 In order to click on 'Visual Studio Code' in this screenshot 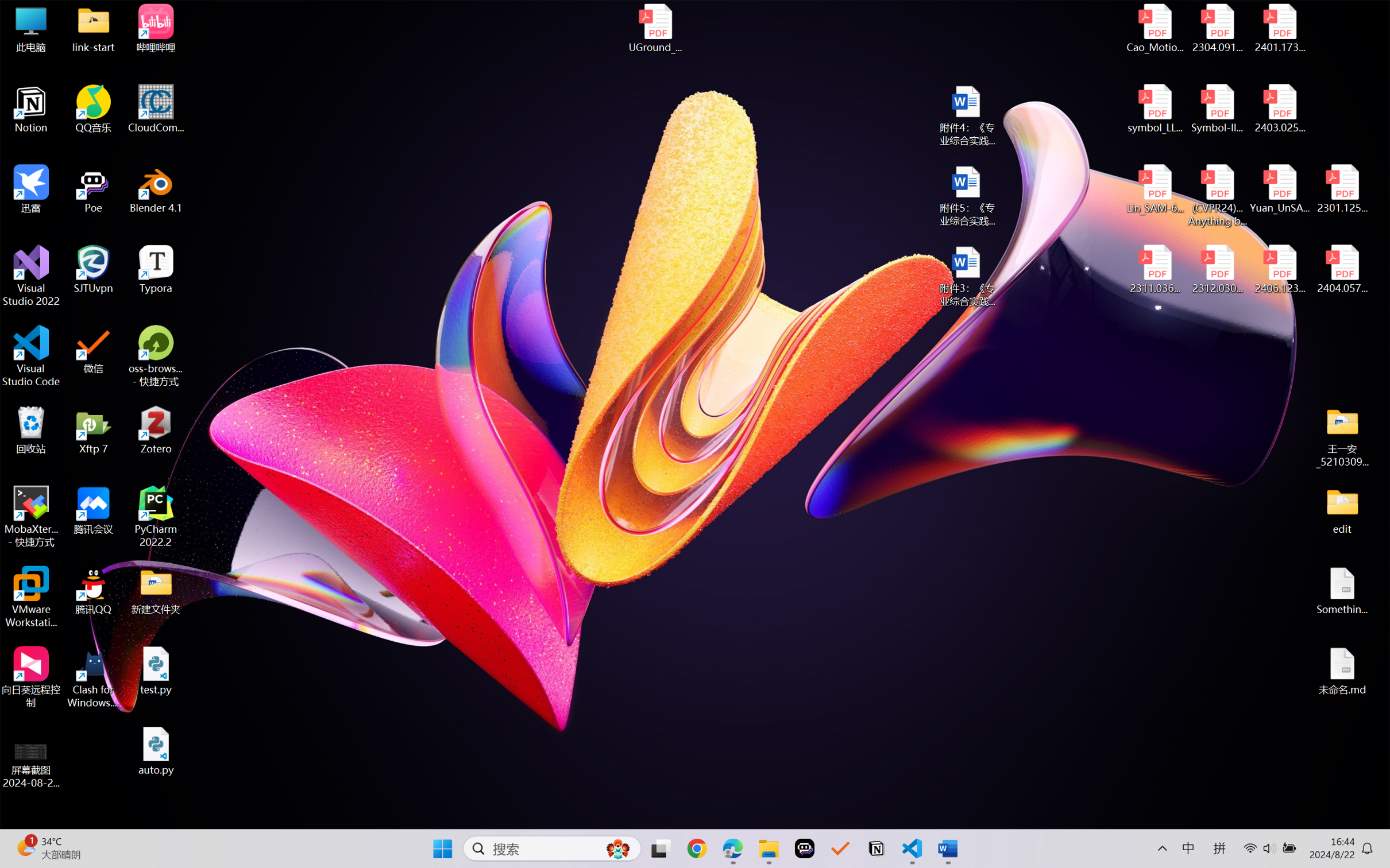, I will do `click(30, 355)`.